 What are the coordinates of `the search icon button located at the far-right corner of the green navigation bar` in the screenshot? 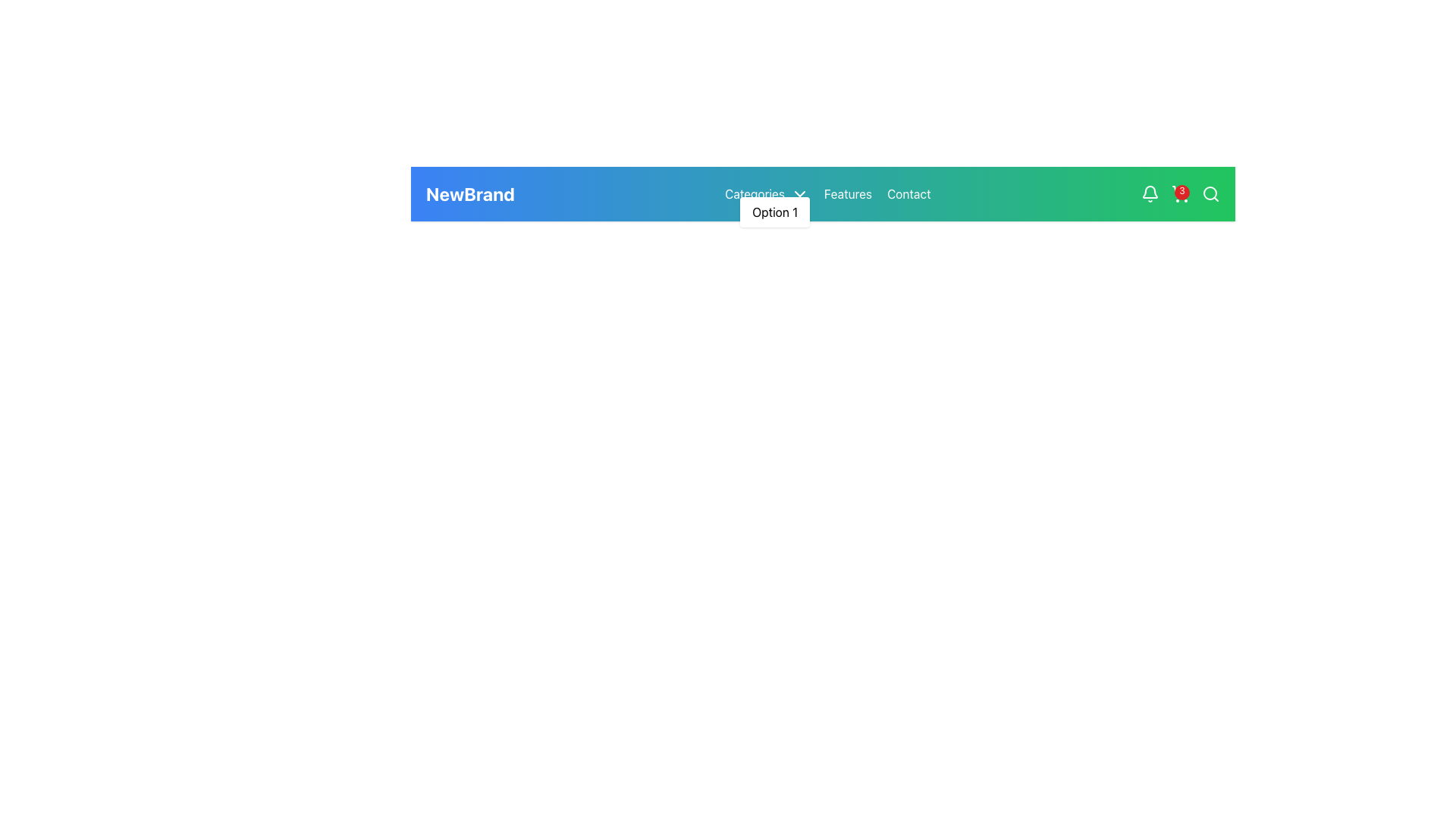 It's located at (1210, 193).